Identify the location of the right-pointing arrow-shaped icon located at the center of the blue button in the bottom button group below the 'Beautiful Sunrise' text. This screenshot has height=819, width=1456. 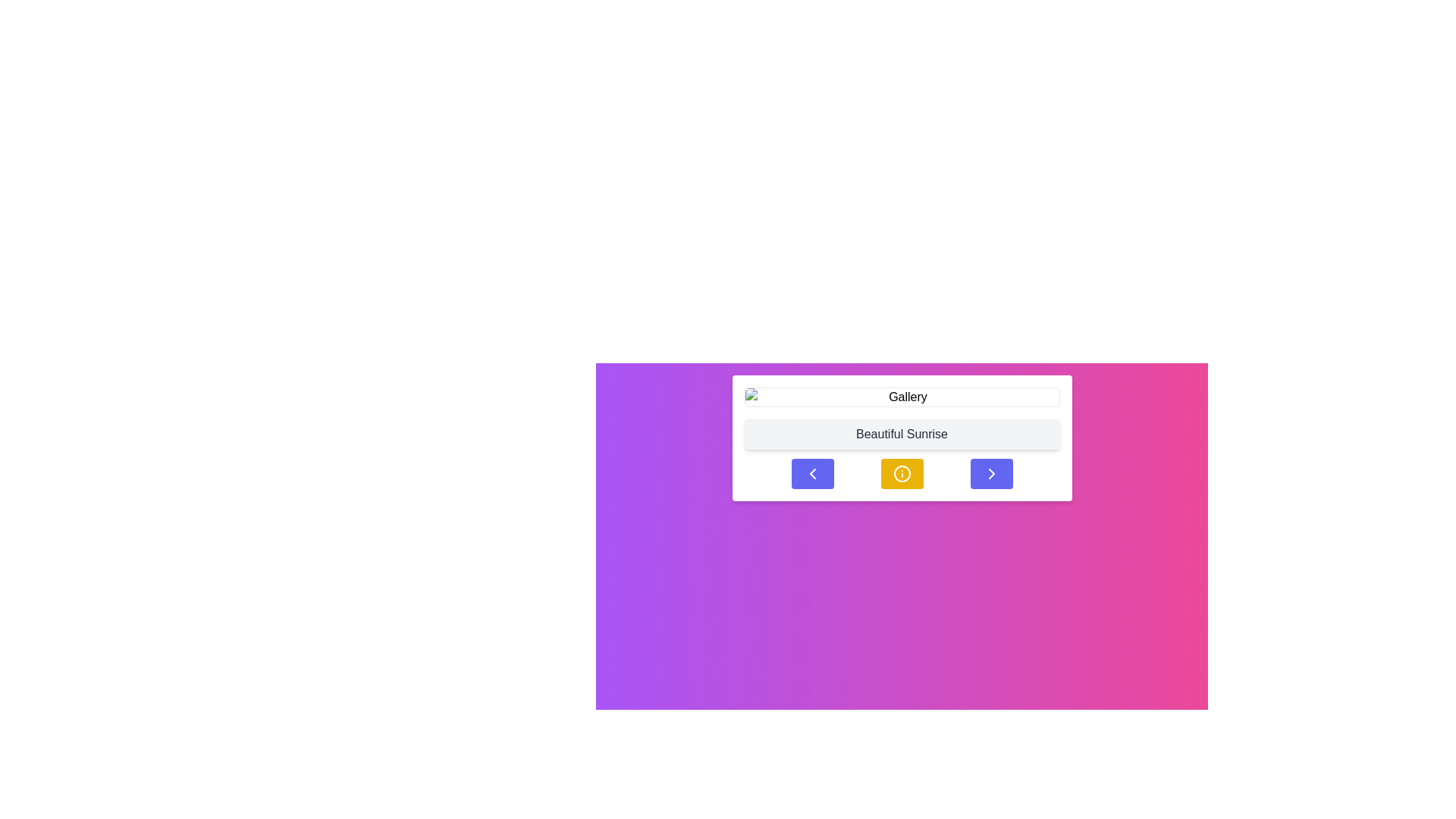
(991, 472).